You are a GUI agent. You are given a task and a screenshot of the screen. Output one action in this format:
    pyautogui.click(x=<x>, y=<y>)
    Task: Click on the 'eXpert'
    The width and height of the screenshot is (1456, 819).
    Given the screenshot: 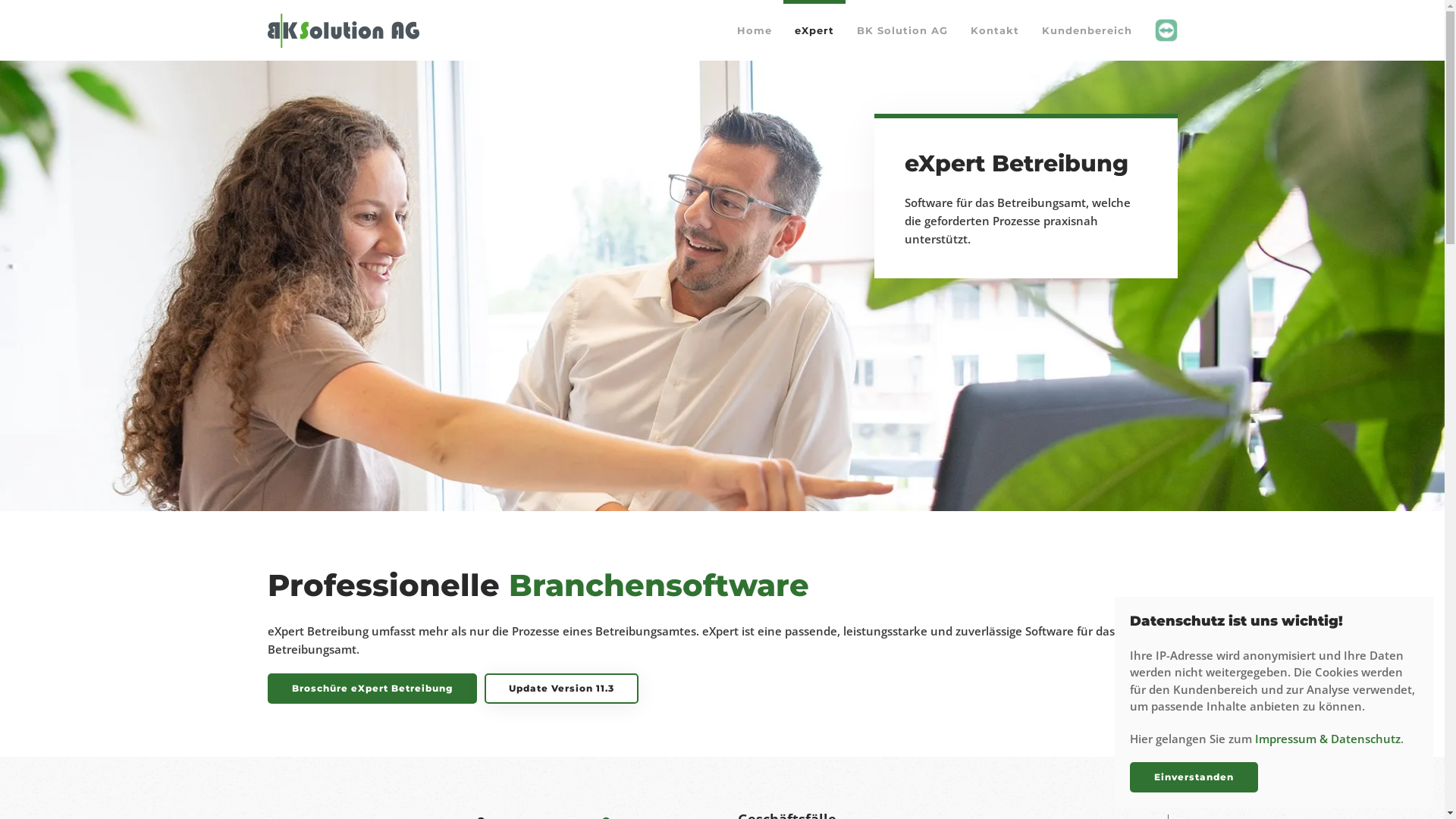 What is the action you would take?
    pyautogui.click(x=813, y=30)
    